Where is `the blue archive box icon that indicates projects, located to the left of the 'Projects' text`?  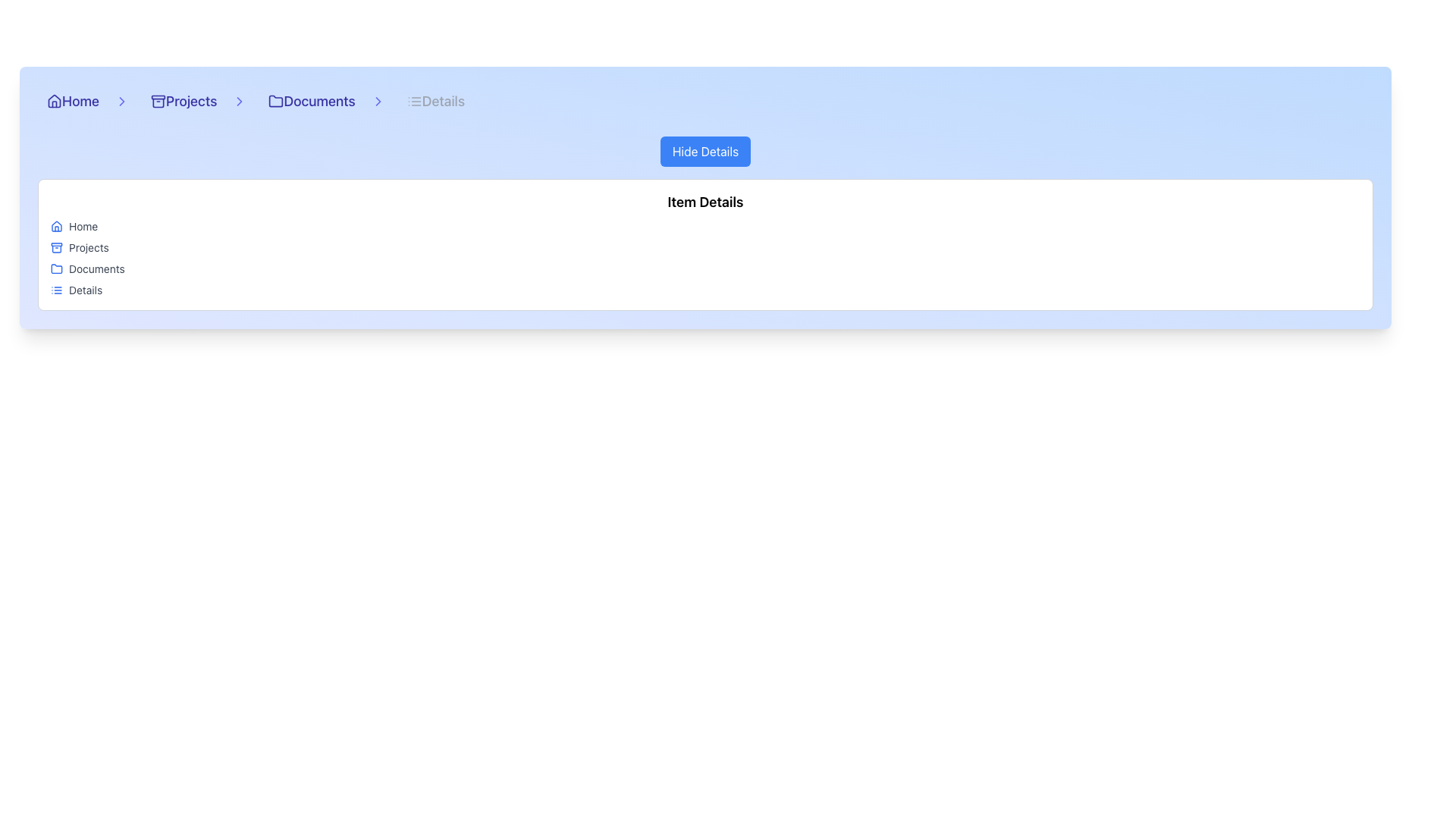
the blue archive box icon that indicates projects, located to the left of the 'Projects' text is located at coordinates (57, 247).